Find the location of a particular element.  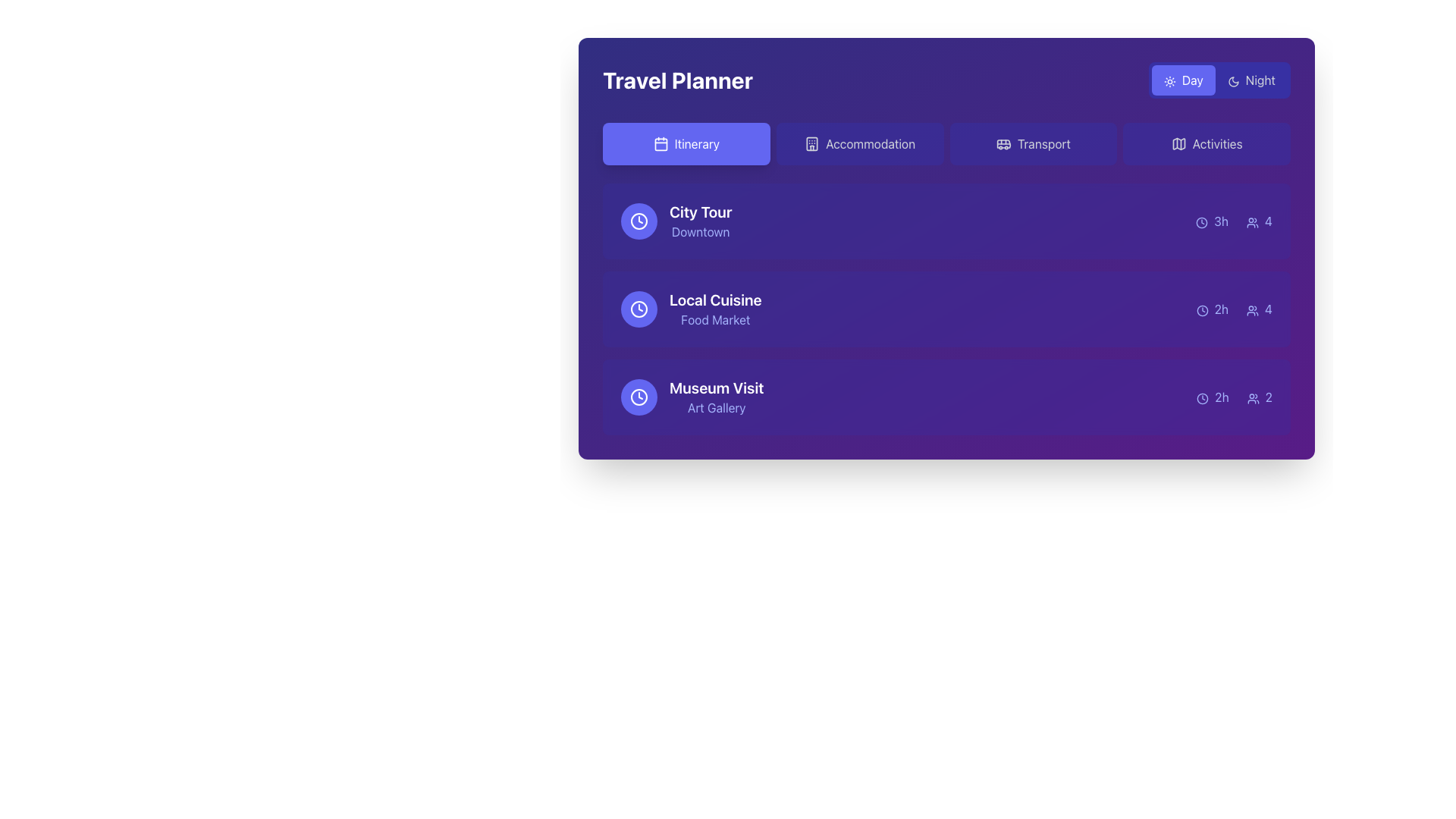

the 'Museum Visit' text label which is styled in bold white color on a dark purple background, serving as the primary title within the travel plan card is located at coordinates (716, 388).